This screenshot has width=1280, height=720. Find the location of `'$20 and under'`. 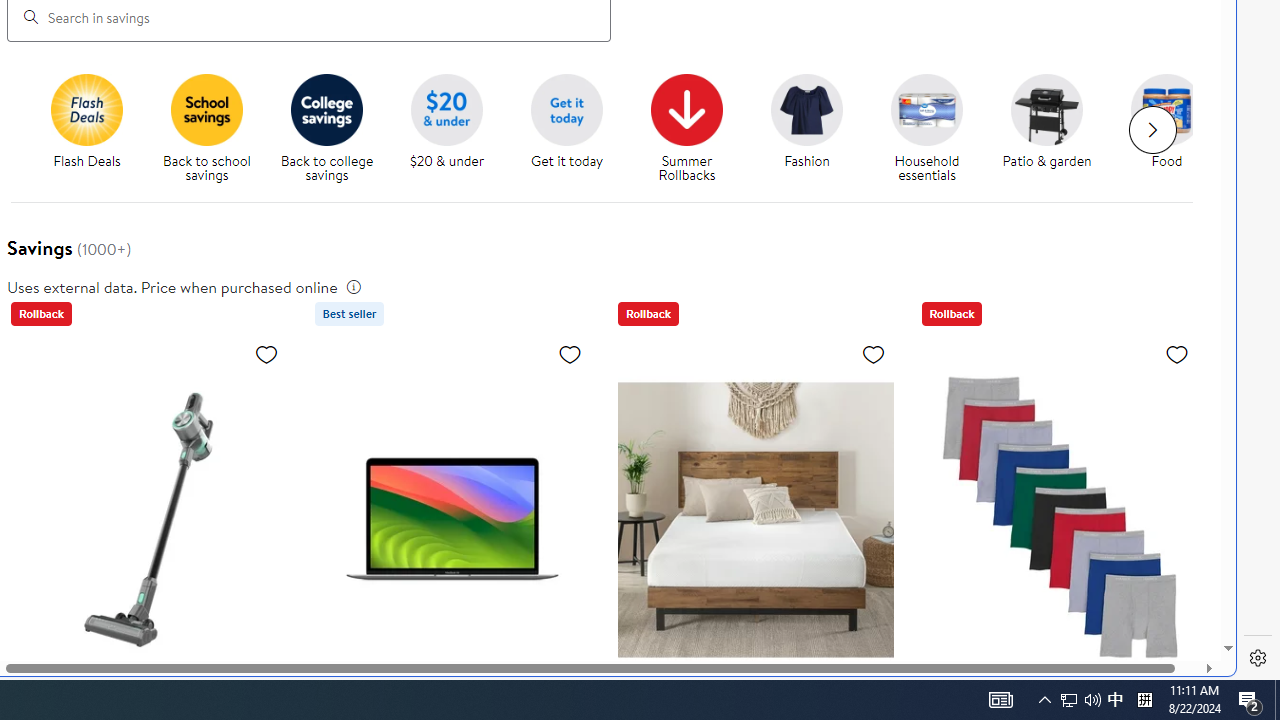

'$20 and under' is located at coordinates (445, 109).